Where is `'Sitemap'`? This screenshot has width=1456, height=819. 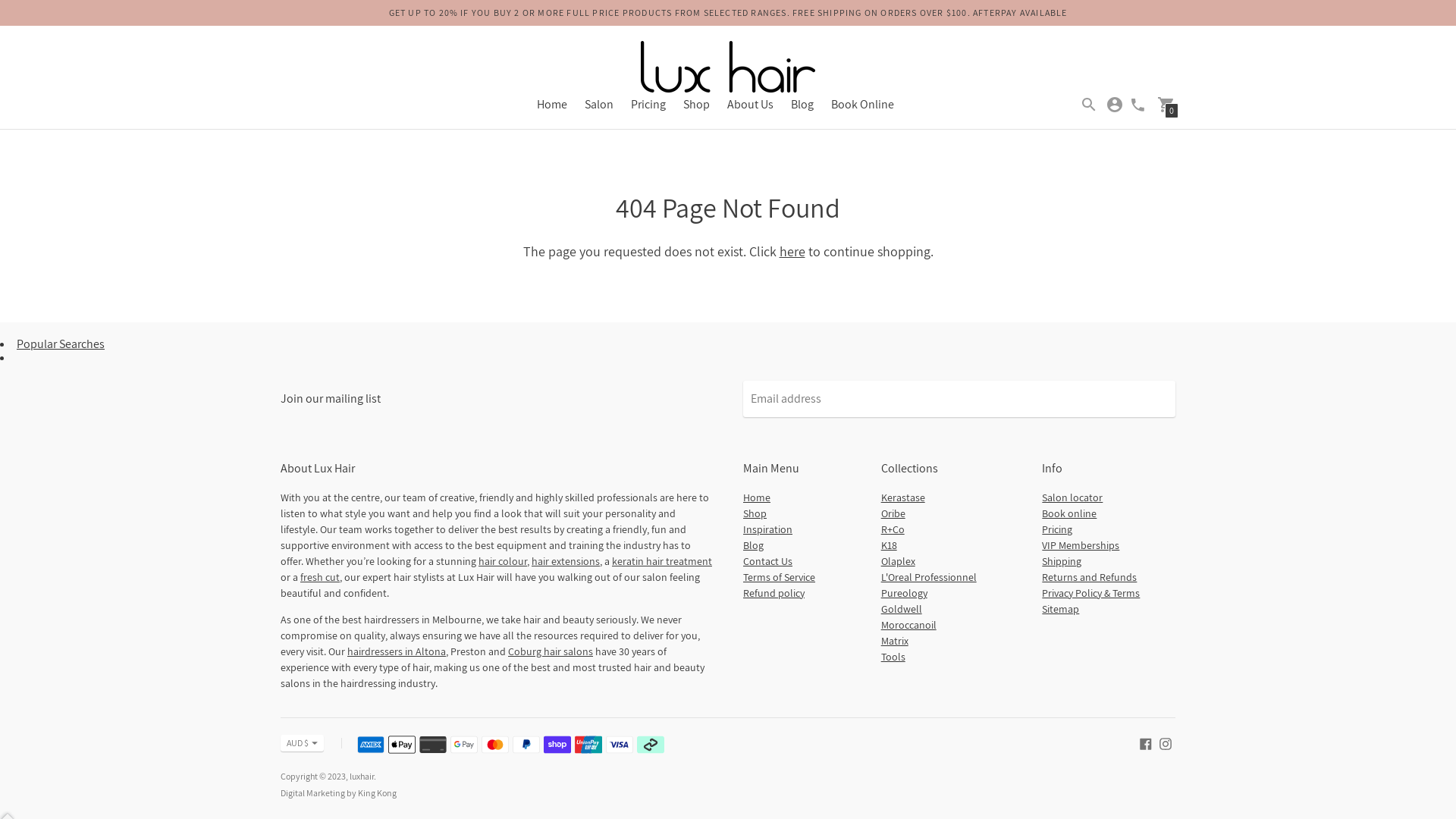 'Sitemap' is located at coordinates (1059, 607).